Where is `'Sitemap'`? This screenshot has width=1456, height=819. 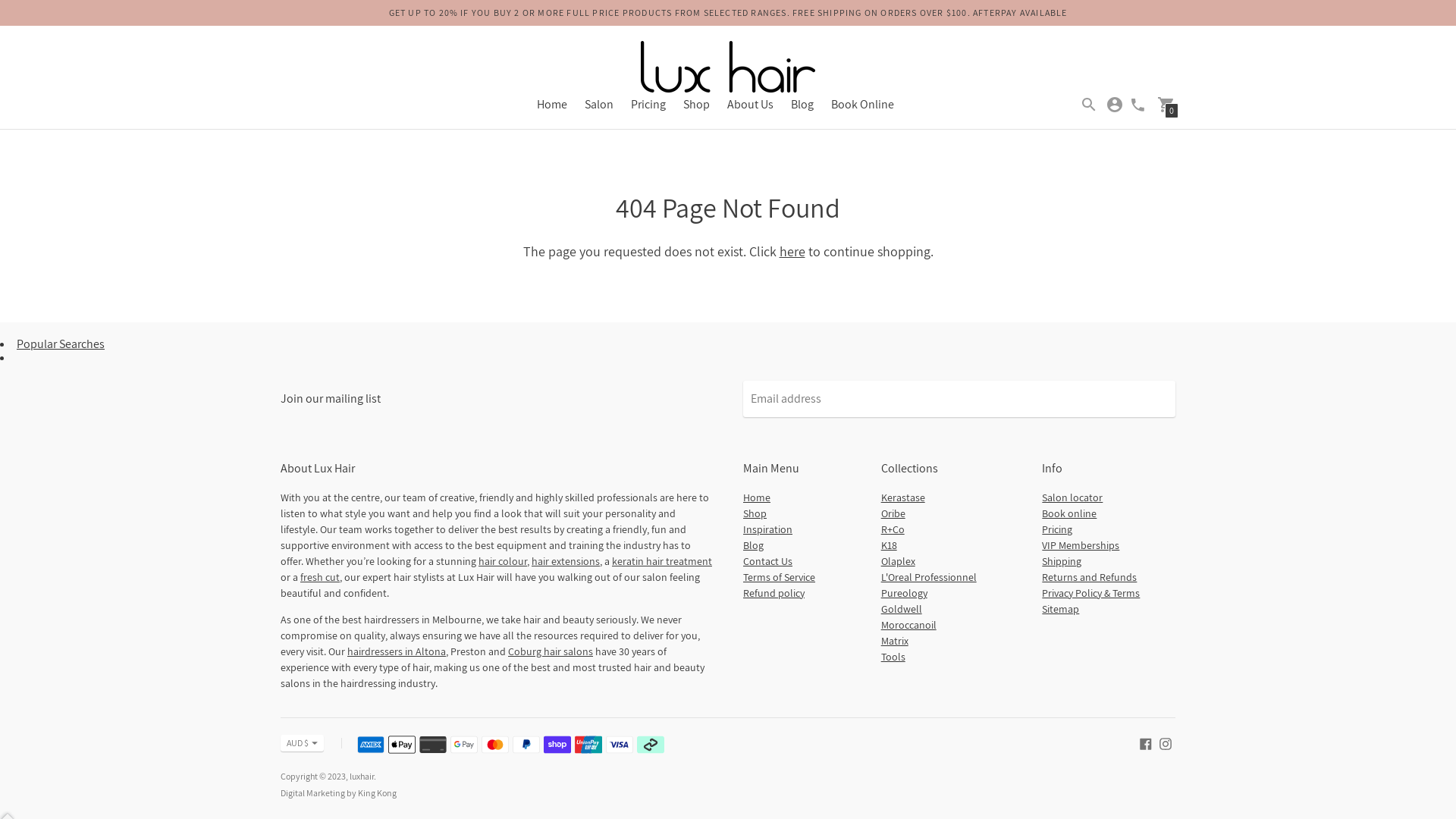 'Sitemap' is located at coordinates (1059, 607).